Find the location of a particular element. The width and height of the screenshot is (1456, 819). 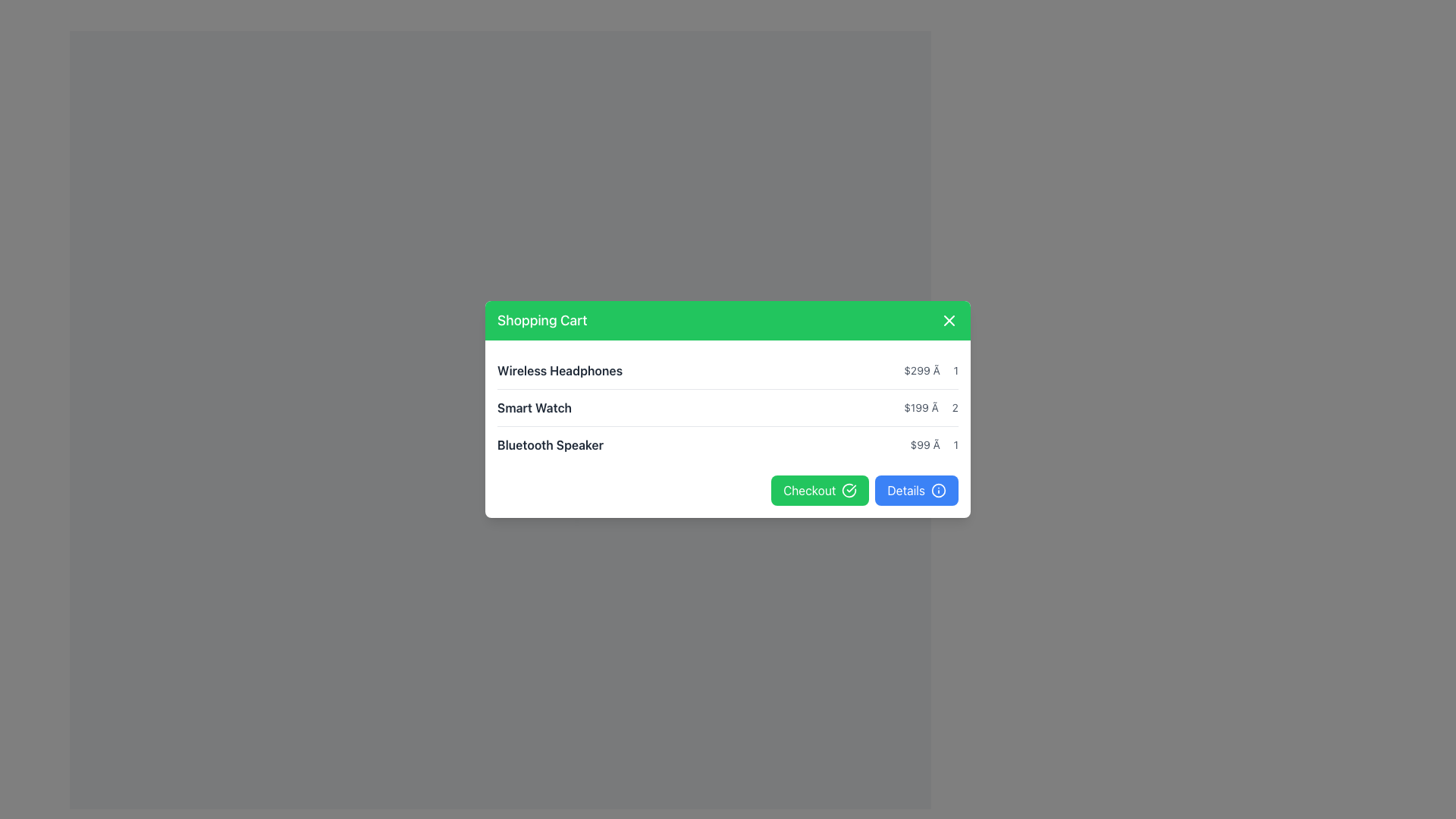

text label identifying the product in the shopping cart for 'Smart Watch $199 × 2' is located at coordinates (535, 406).